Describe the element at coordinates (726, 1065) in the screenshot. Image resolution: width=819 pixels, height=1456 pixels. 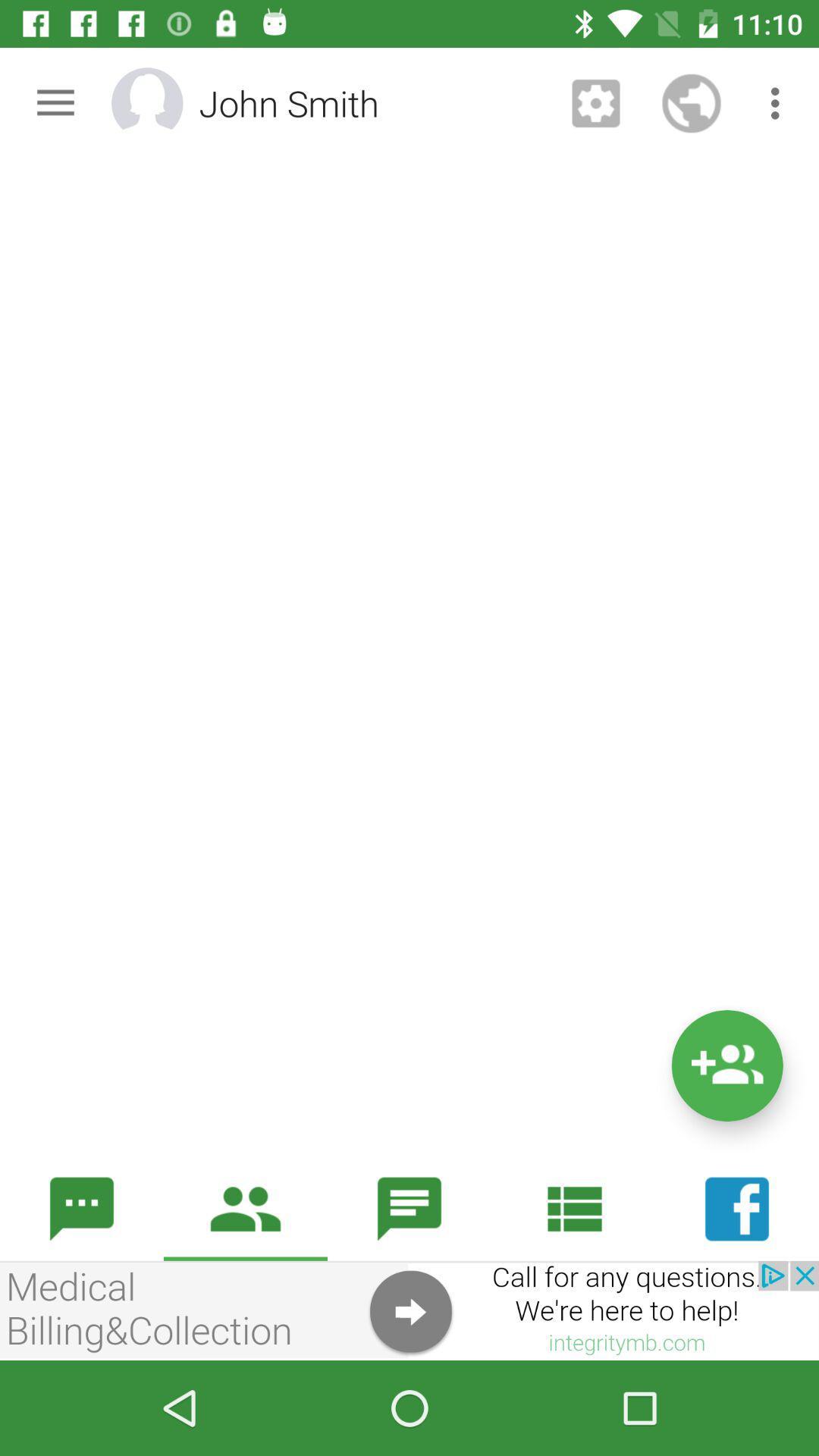
I see `add option` at that location.